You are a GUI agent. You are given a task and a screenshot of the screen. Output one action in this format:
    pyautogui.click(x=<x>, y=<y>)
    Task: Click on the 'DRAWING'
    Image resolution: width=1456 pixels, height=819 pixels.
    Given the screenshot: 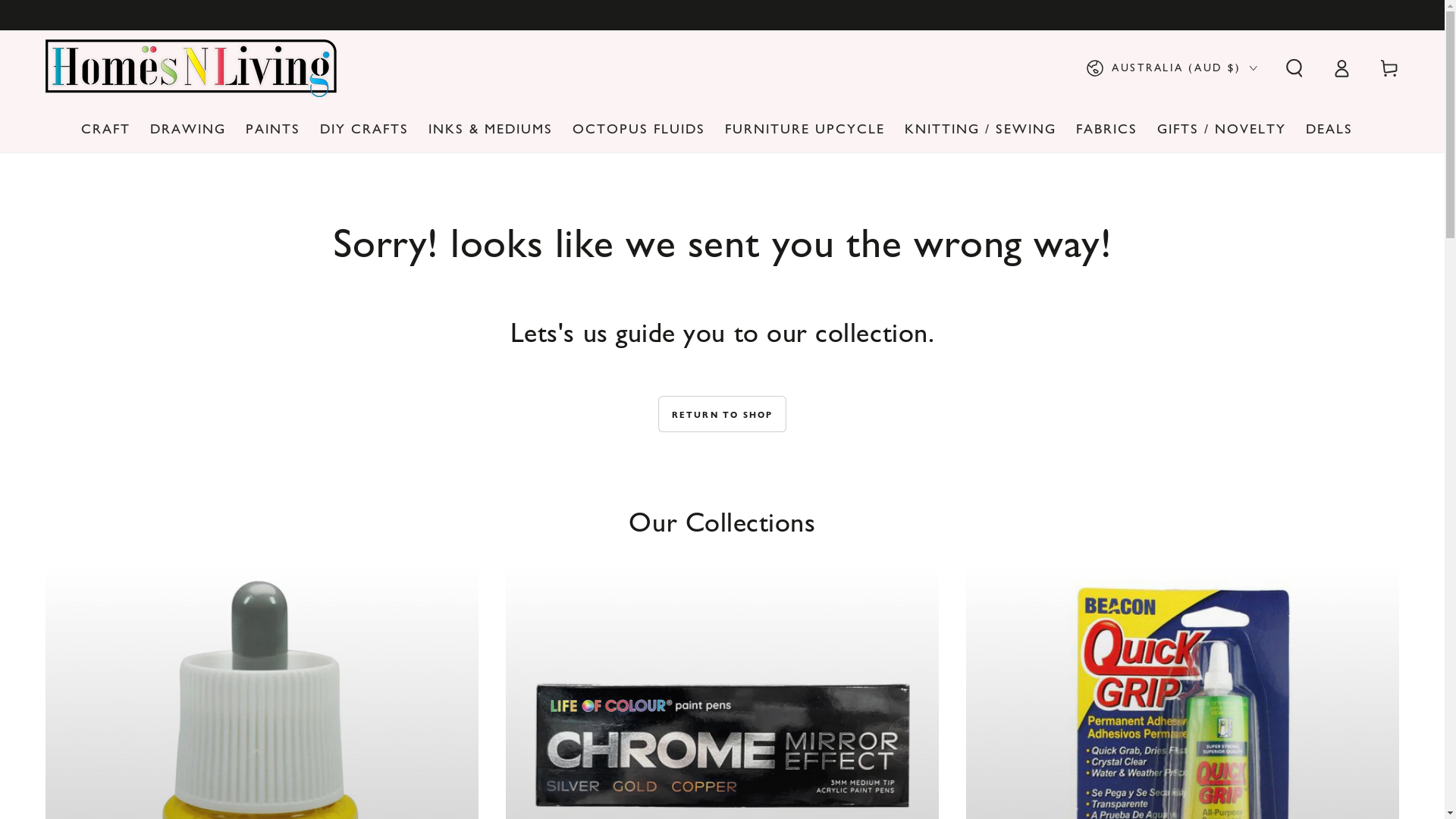 What is the action you would take?
    pyautogui.click(x=187, y=128)
    